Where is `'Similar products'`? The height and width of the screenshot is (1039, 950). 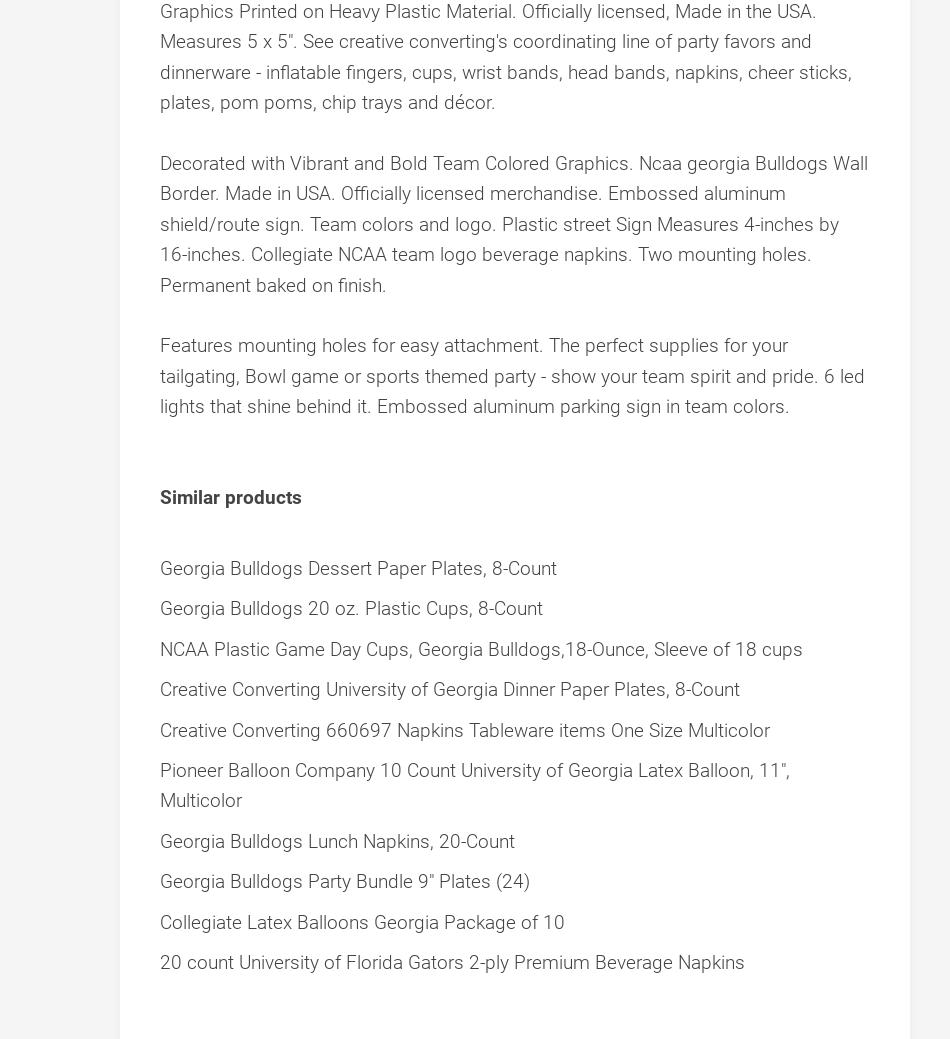
'Similar products' is located at coordinates (231, 496).